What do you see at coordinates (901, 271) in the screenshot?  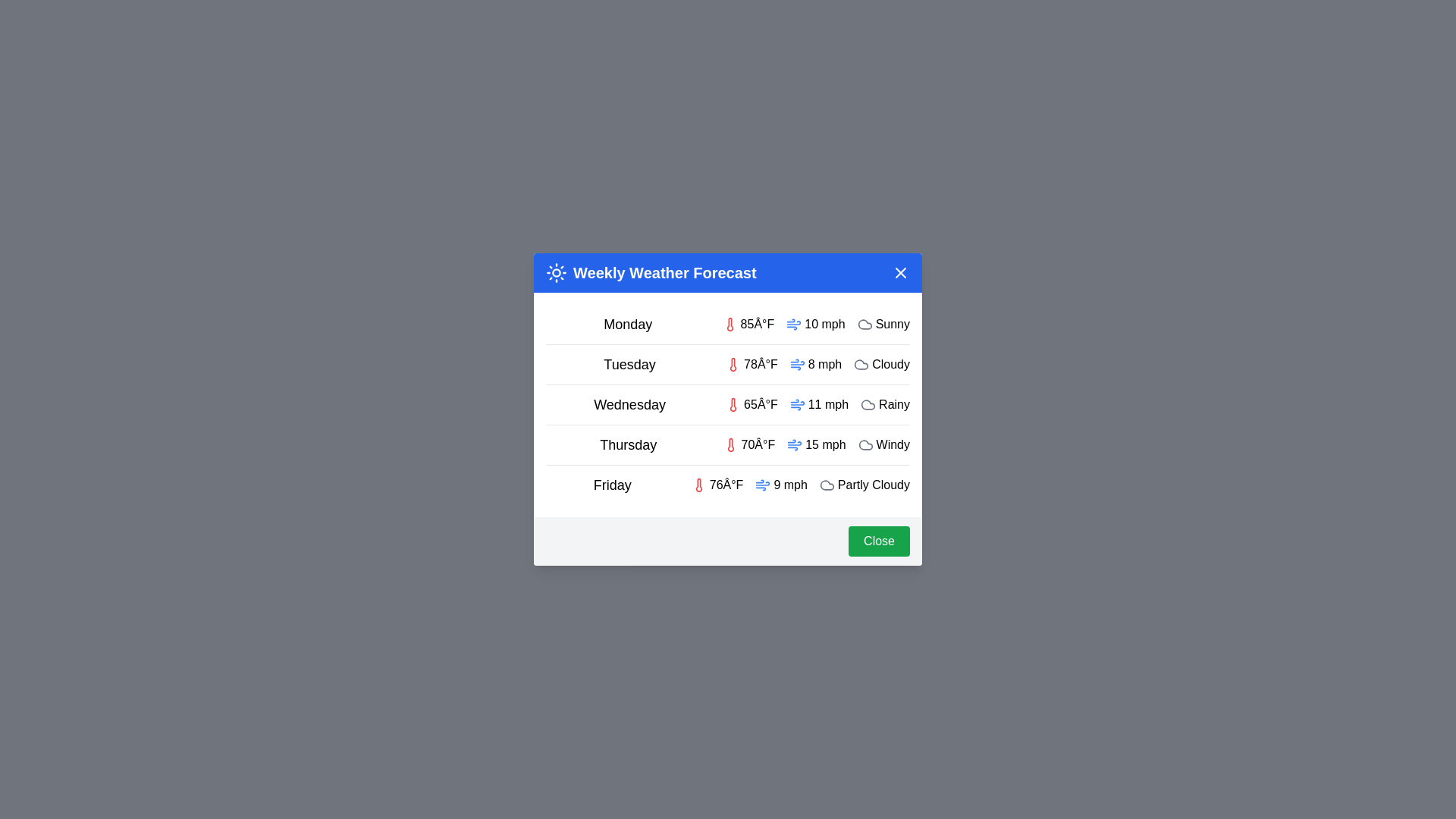 I see `the close button to close the dialog` at bounding box center [901, 271].